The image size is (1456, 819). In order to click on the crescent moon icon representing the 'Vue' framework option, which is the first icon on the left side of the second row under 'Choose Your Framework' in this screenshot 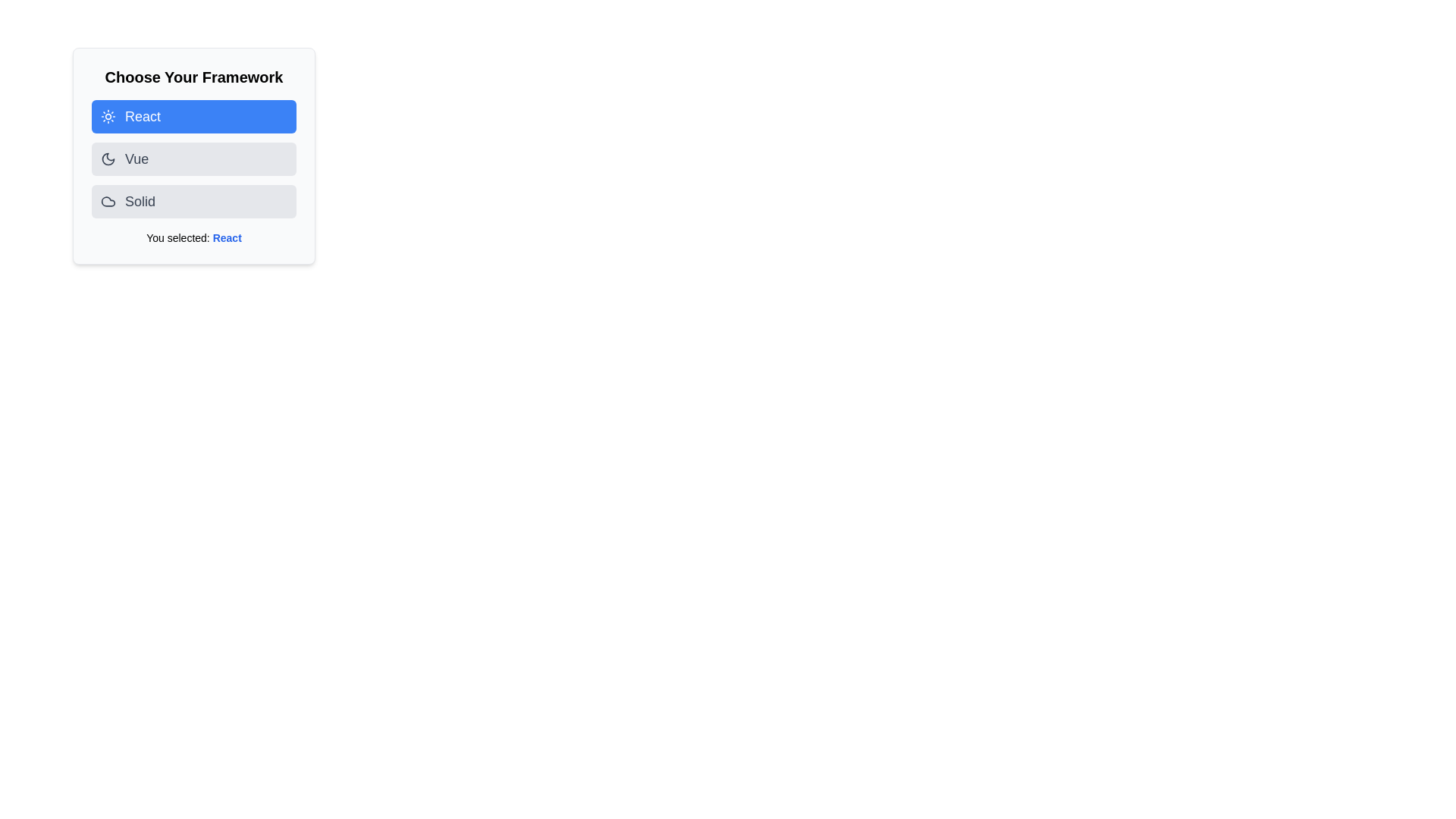, I will do `click(108, 158)`.